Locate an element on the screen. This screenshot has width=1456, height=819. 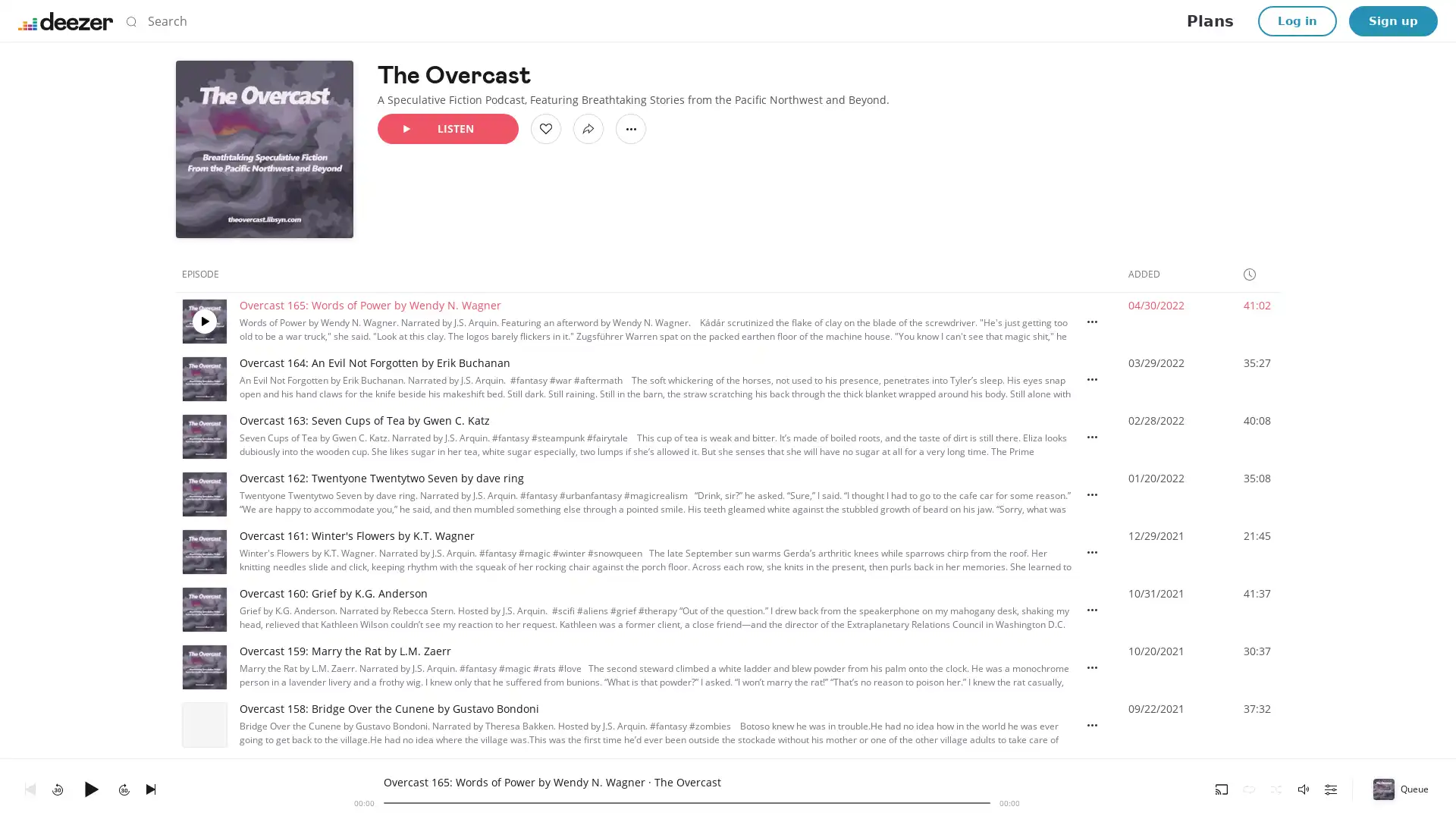
EPISODE is located at coordinates (206, 274).